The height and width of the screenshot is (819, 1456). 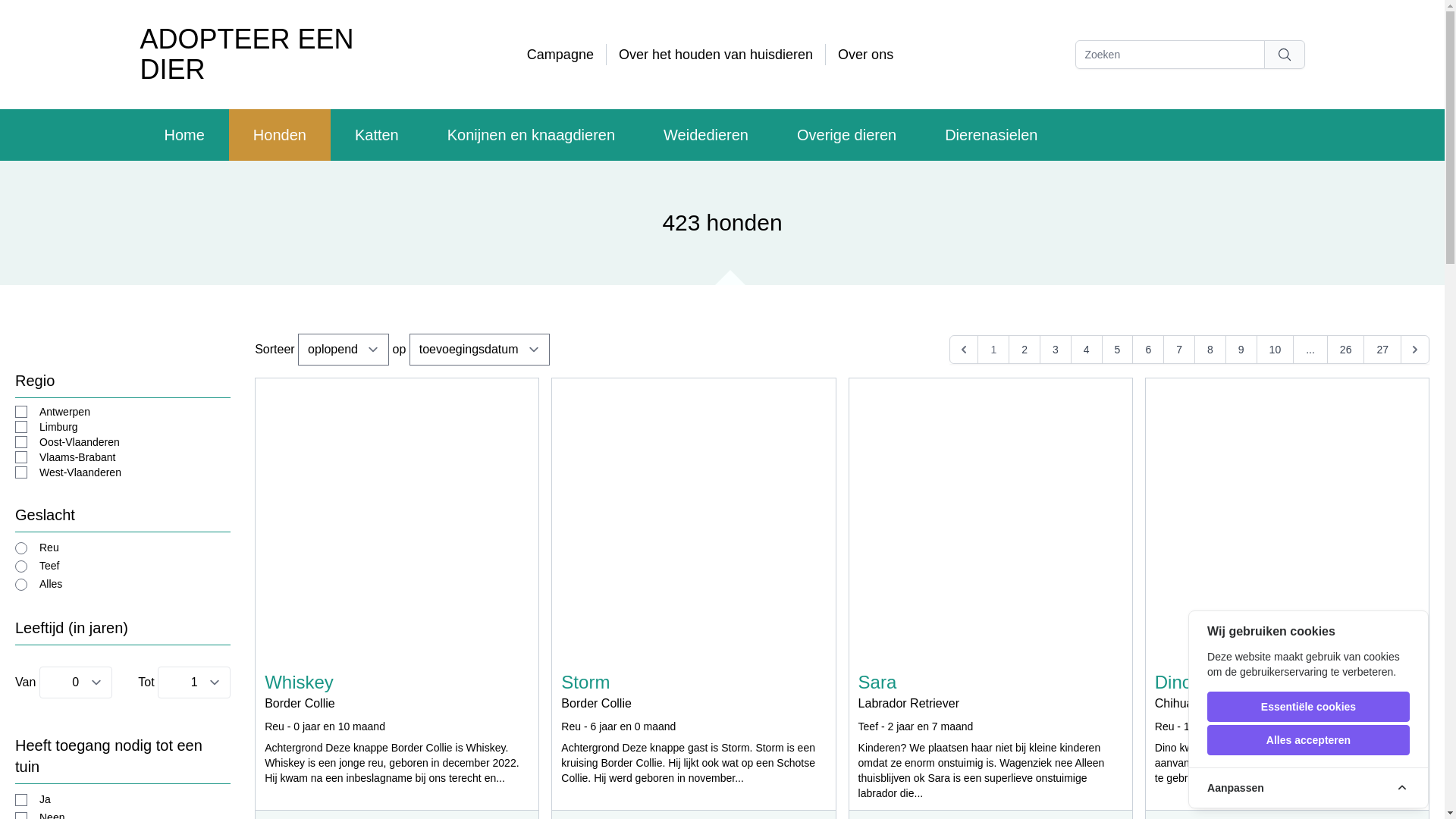 What do you see at coordinates (1102, 350) in the screenshot?
I see `'5'` at bounding box center [1102, 350].